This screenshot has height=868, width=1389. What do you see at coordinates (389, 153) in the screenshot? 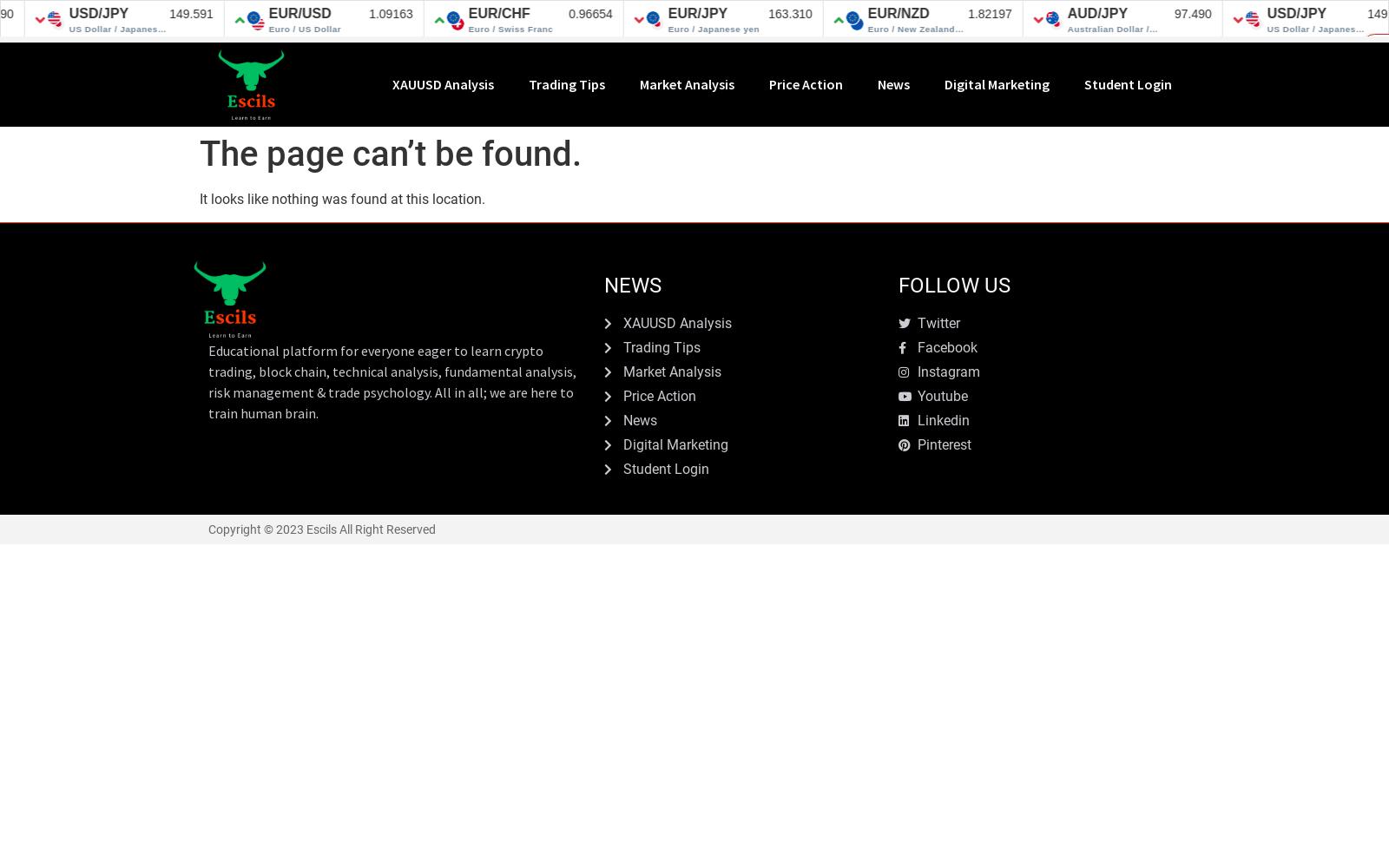
I see `'The page can’t be found.'` at bounding box center [389, 153].